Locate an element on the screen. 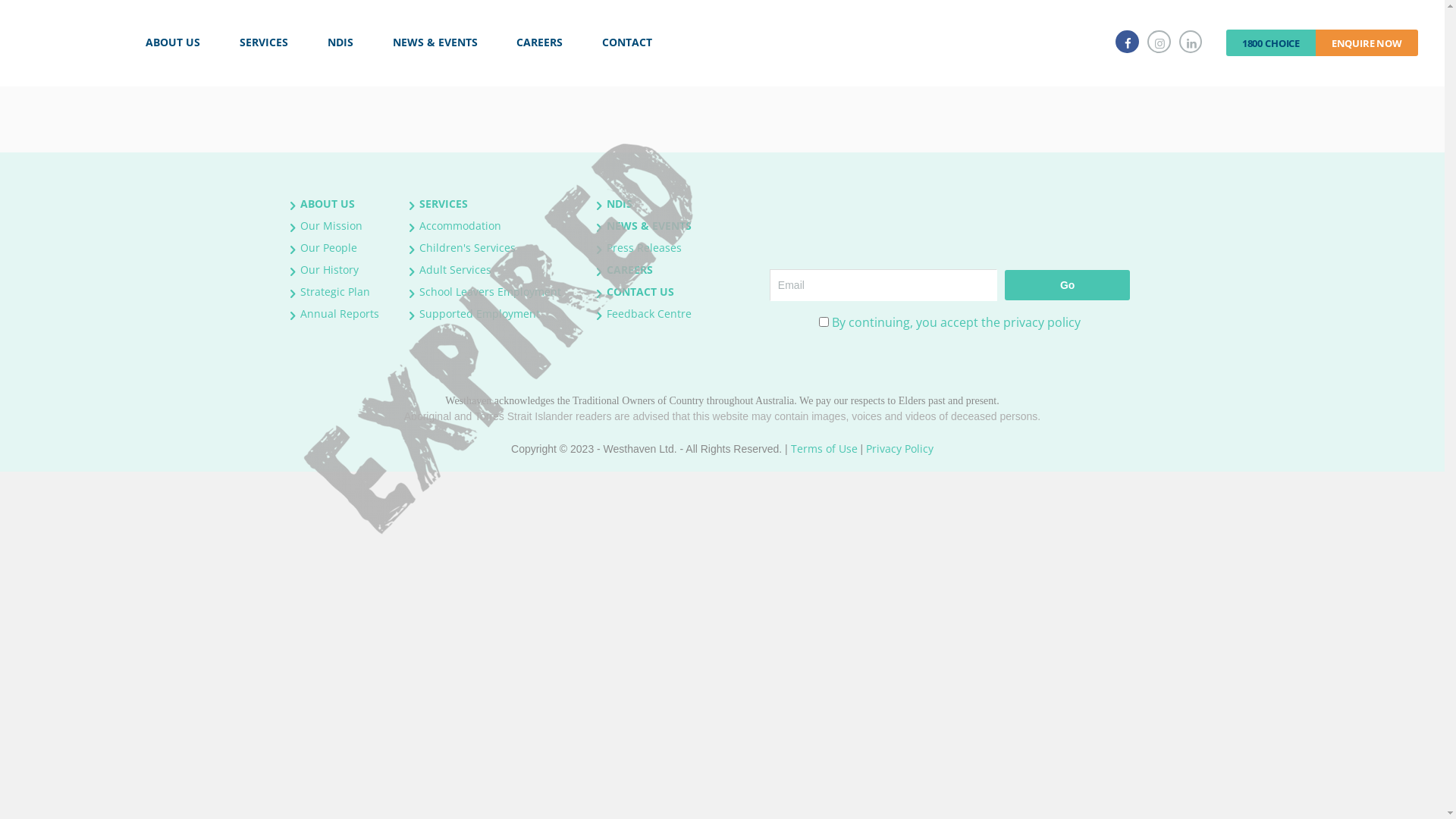 The height and width of the screenshot is (819, 1456). 'Our People' is located at coordinates (328, 246).